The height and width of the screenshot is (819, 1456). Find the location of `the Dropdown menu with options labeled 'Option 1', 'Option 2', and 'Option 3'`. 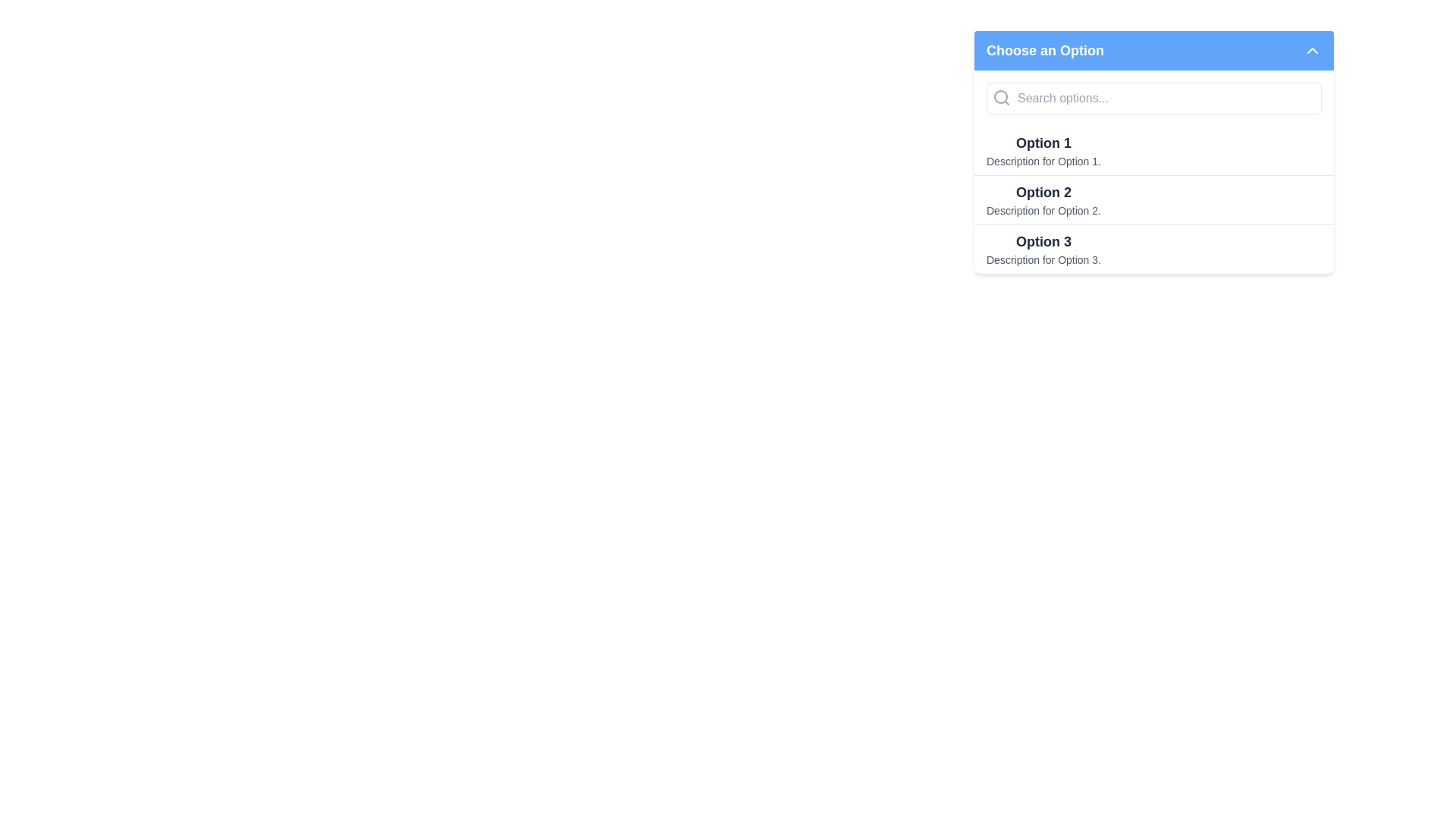

the Dropdown menu with options labeled 'Option 1', 'Option 2', and 'Option 3' is located at coordinates (1153, 152).